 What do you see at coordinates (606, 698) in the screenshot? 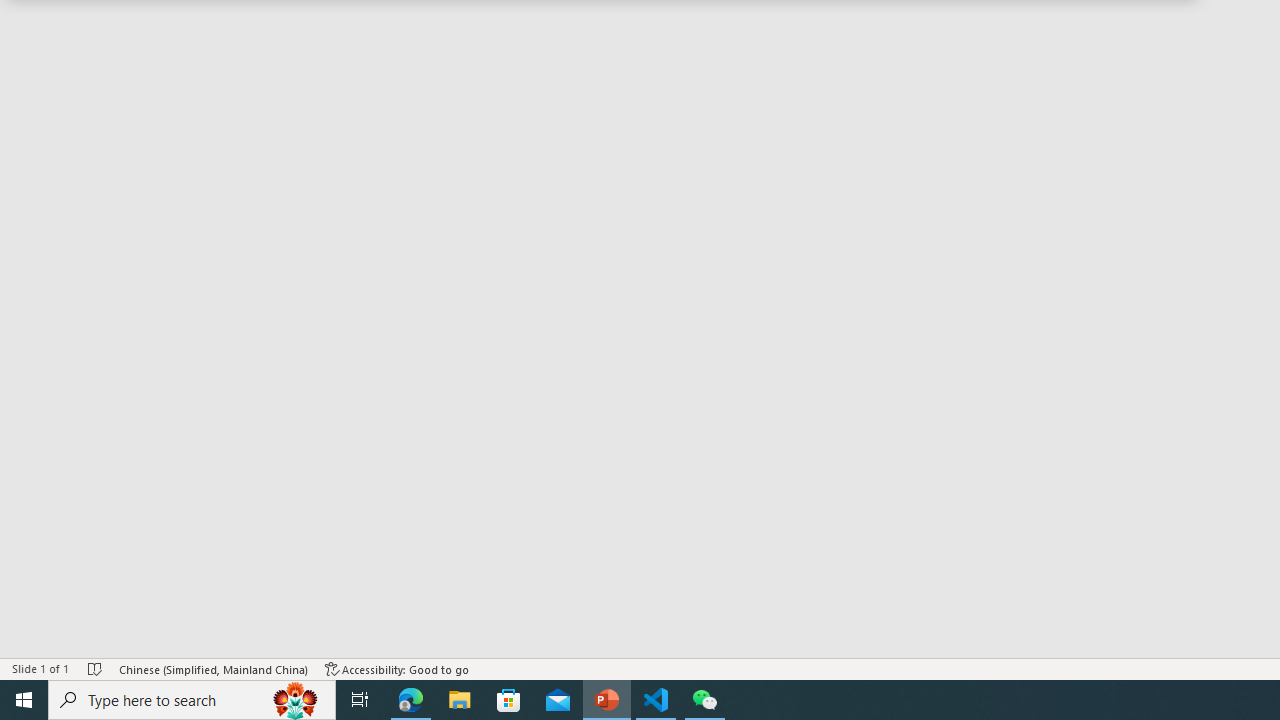
I see `'PowerPoint - 1 running window'` at bounding box center [606, 698].